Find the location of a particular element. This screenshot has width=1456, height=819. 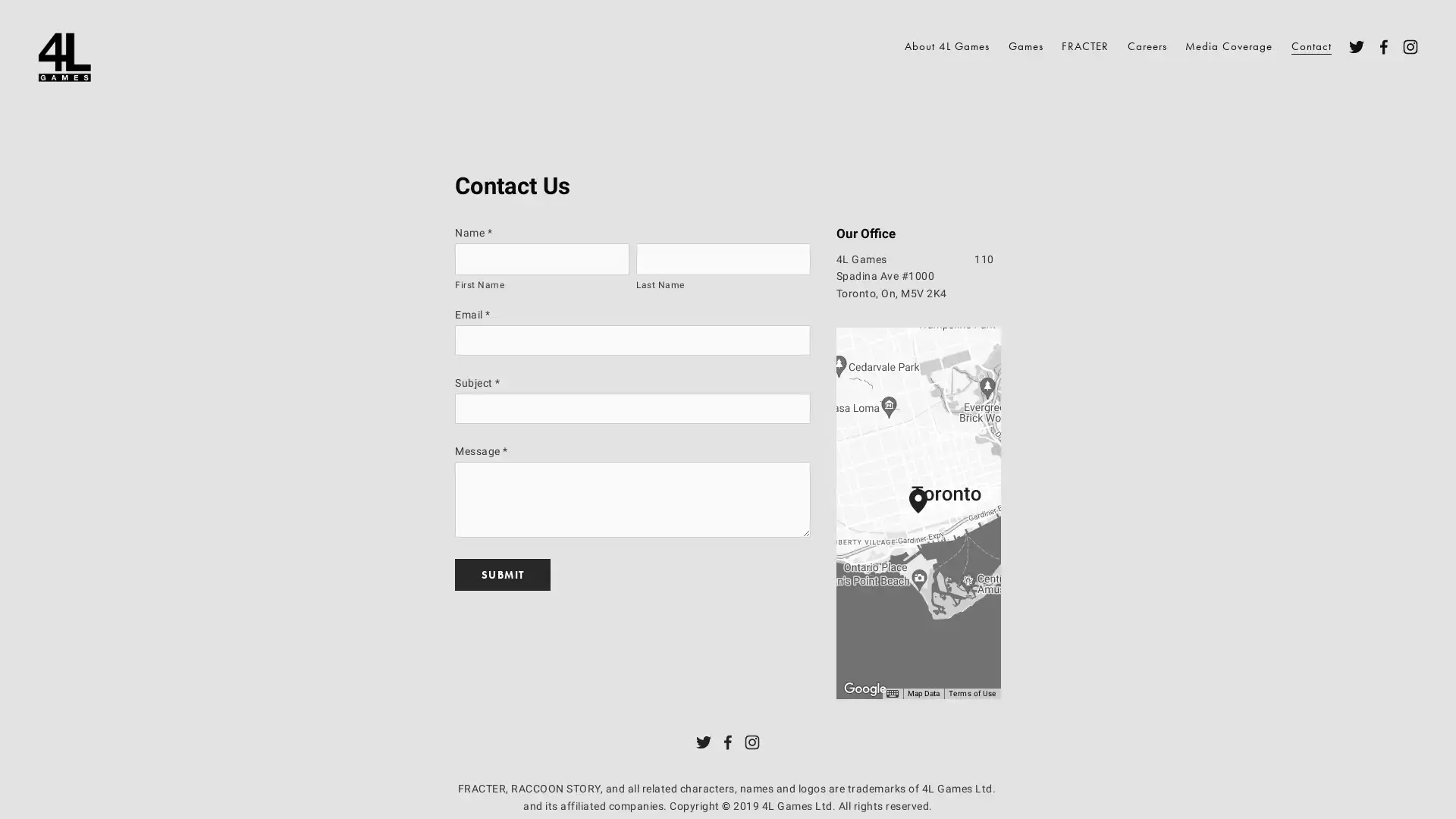

Submit is located at coordinates (502, 573).